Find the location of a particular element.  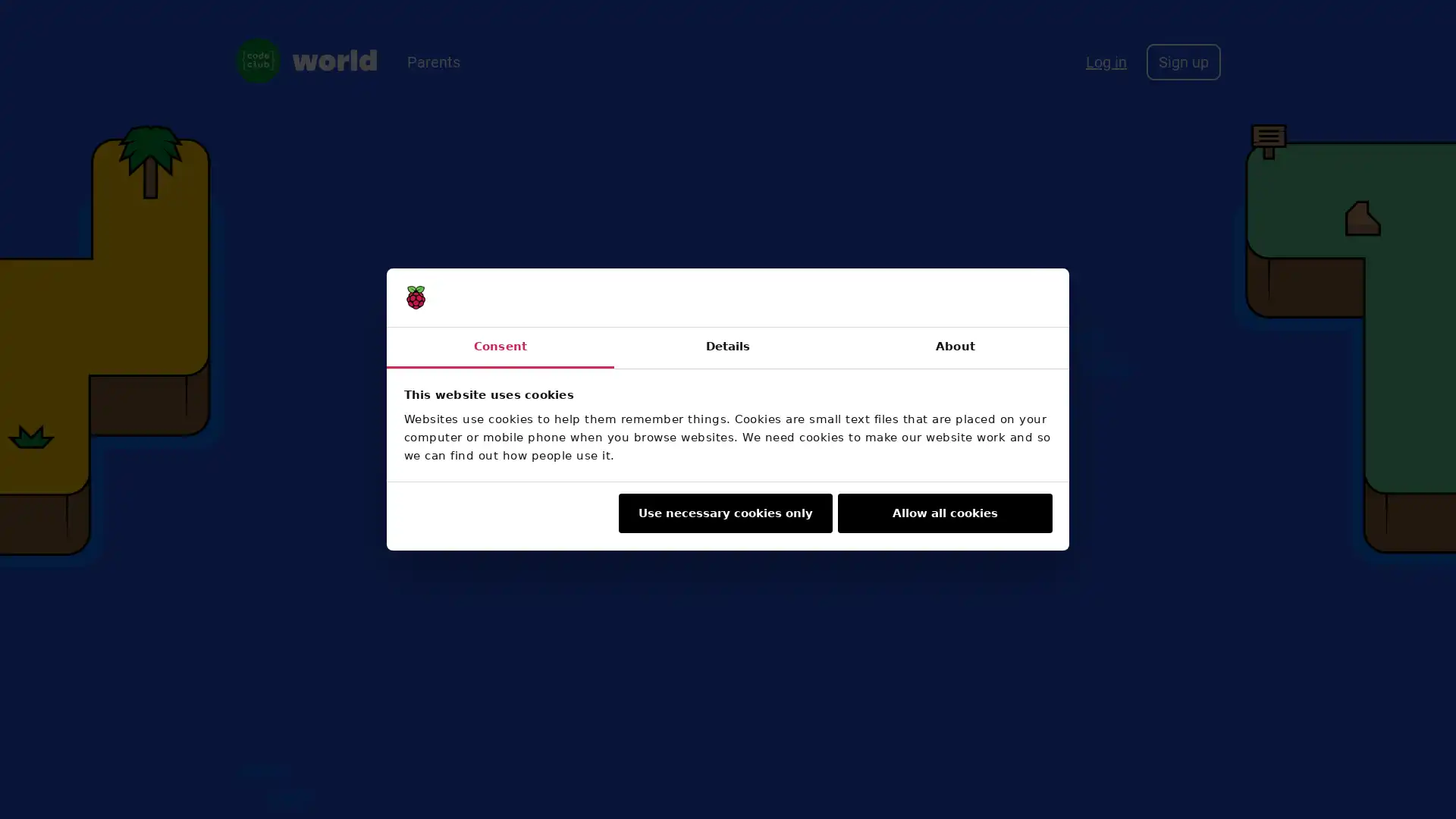

Log in is located at coordinates (1106, 61).